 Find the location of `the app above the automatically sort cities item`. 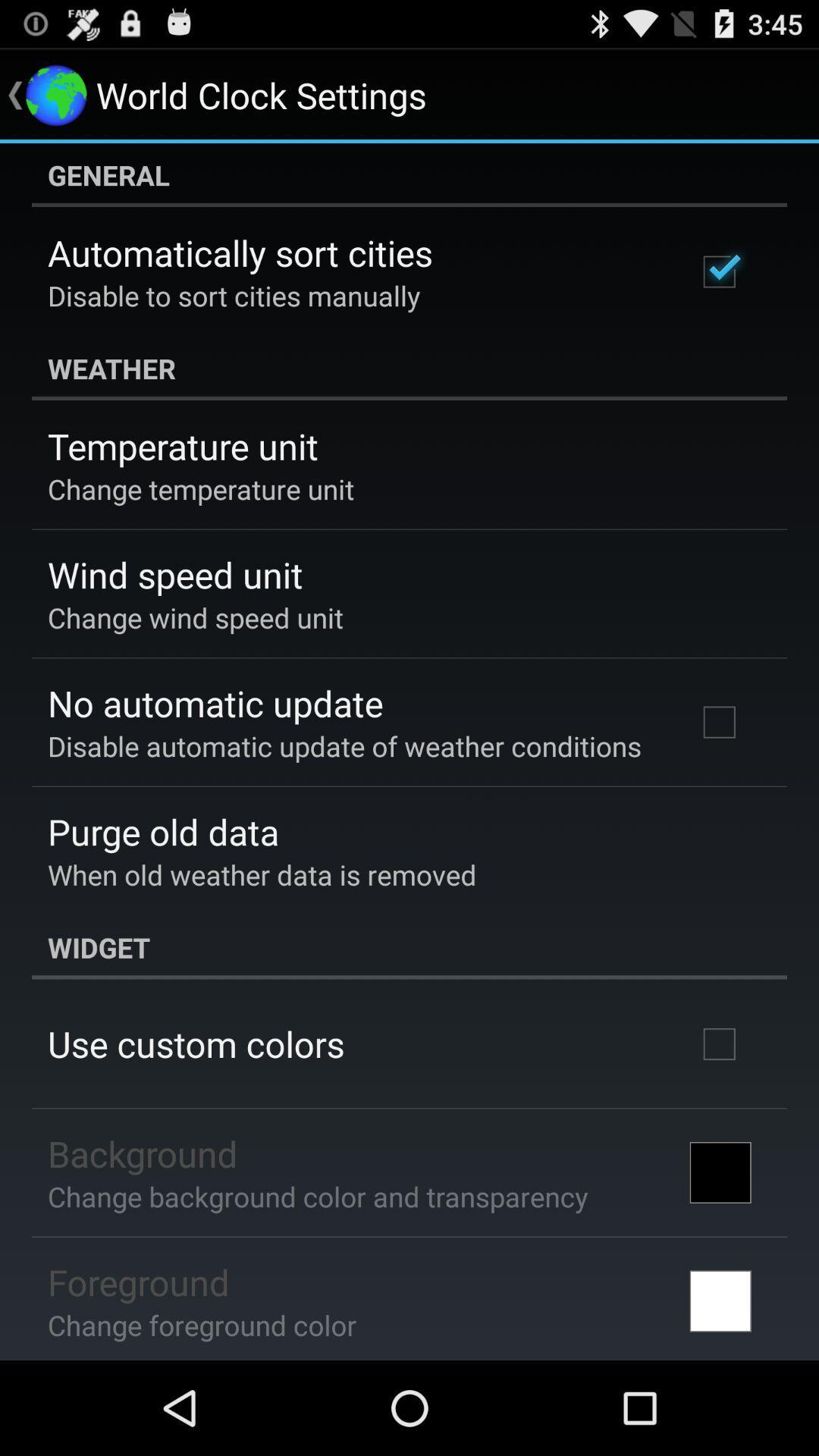

the app above the automatically sort cities item is located at coordinates (409, 174).